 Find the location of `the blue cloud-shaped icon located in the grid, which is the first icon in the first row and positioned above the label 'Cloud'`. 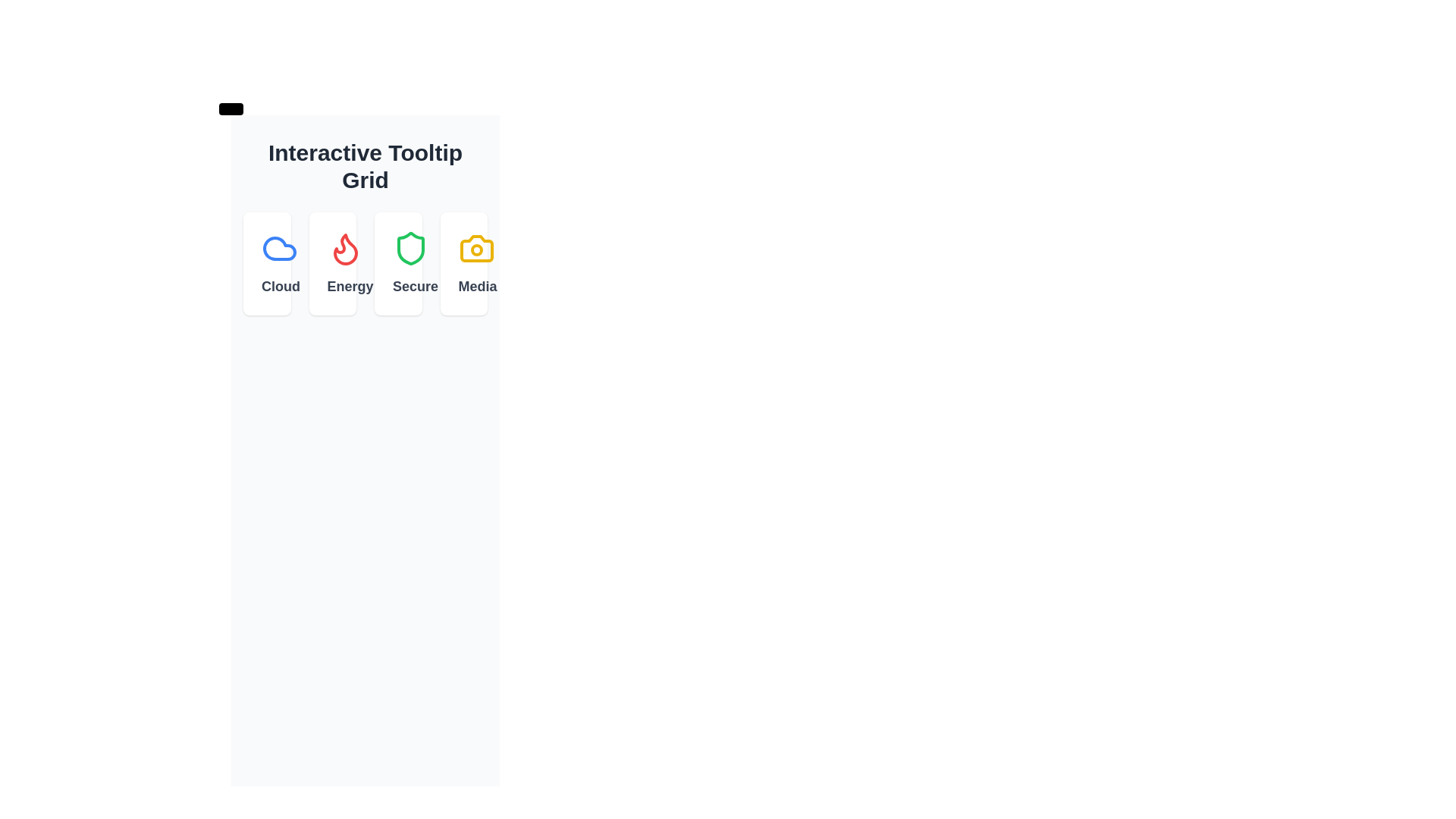

the blue cloud-shaped icon located in the grid, which is the first icon in the first row and positioned above the label 'Cloud' is located at coordinates (280, 247).